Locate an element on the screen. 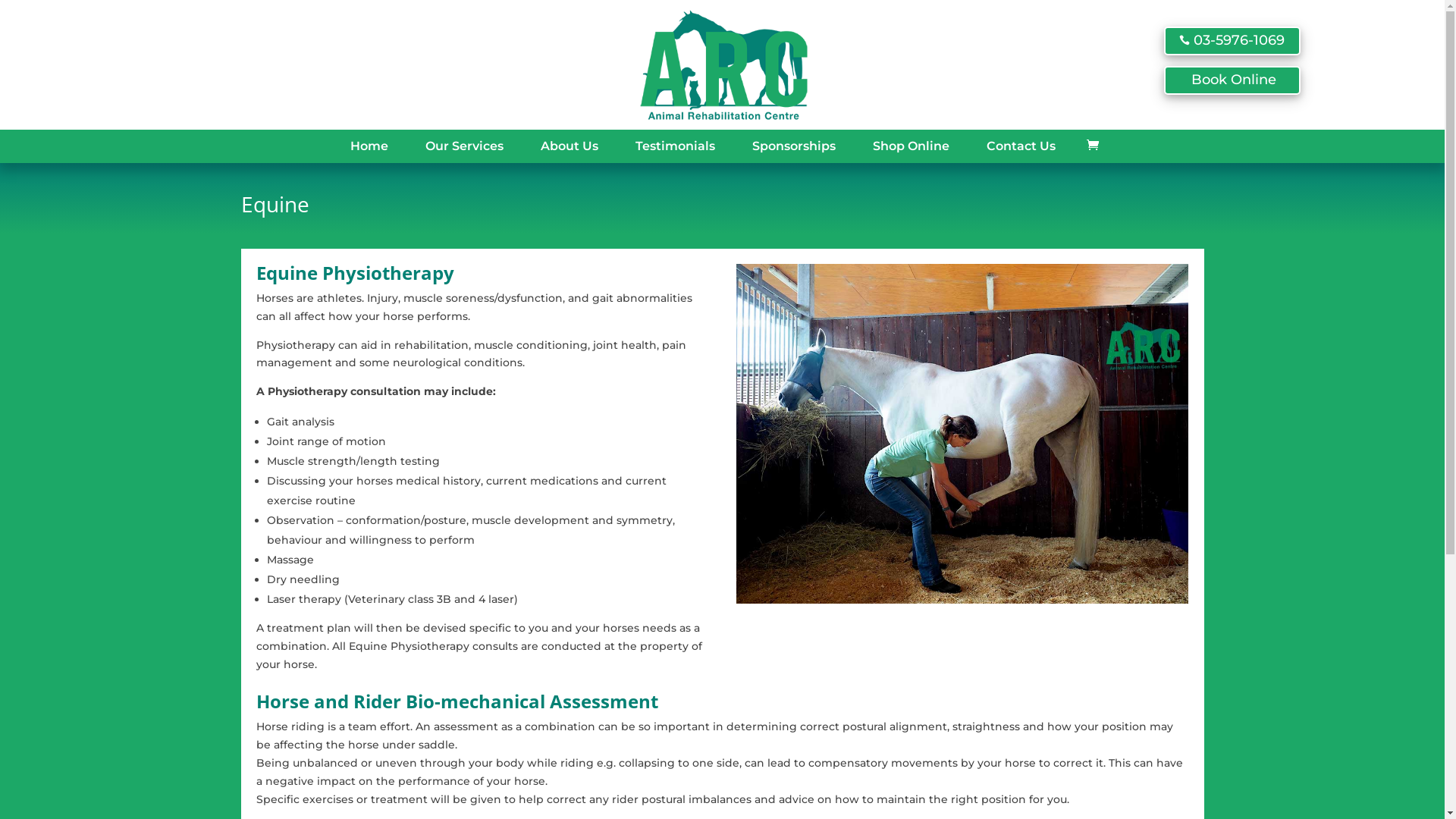 This screenshot has width=1456, height=819. 'Our Services' is located at coordinates (414, 146).